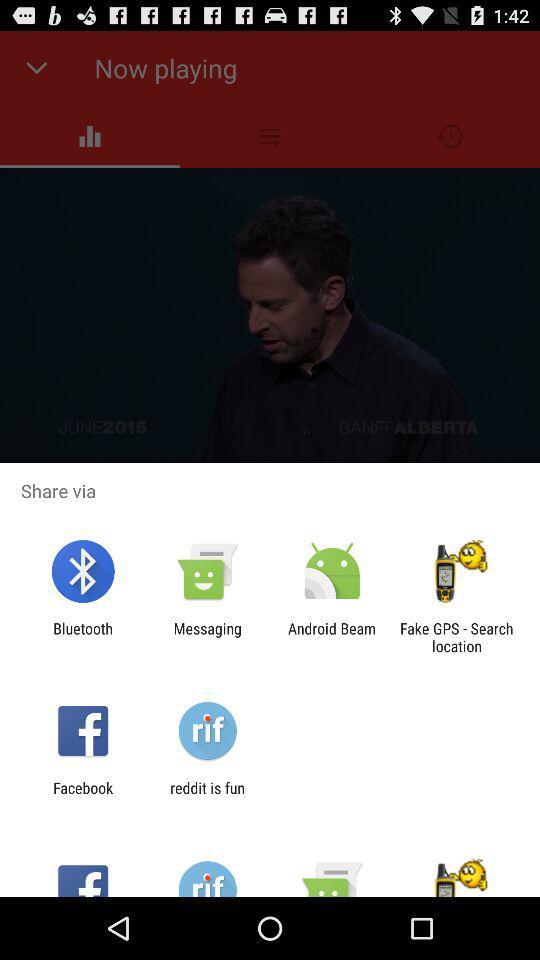  What do you see at coordinates (456, 636) in the screenshot?
I see `app next to android beam icon` at bounding box center [456, 636].